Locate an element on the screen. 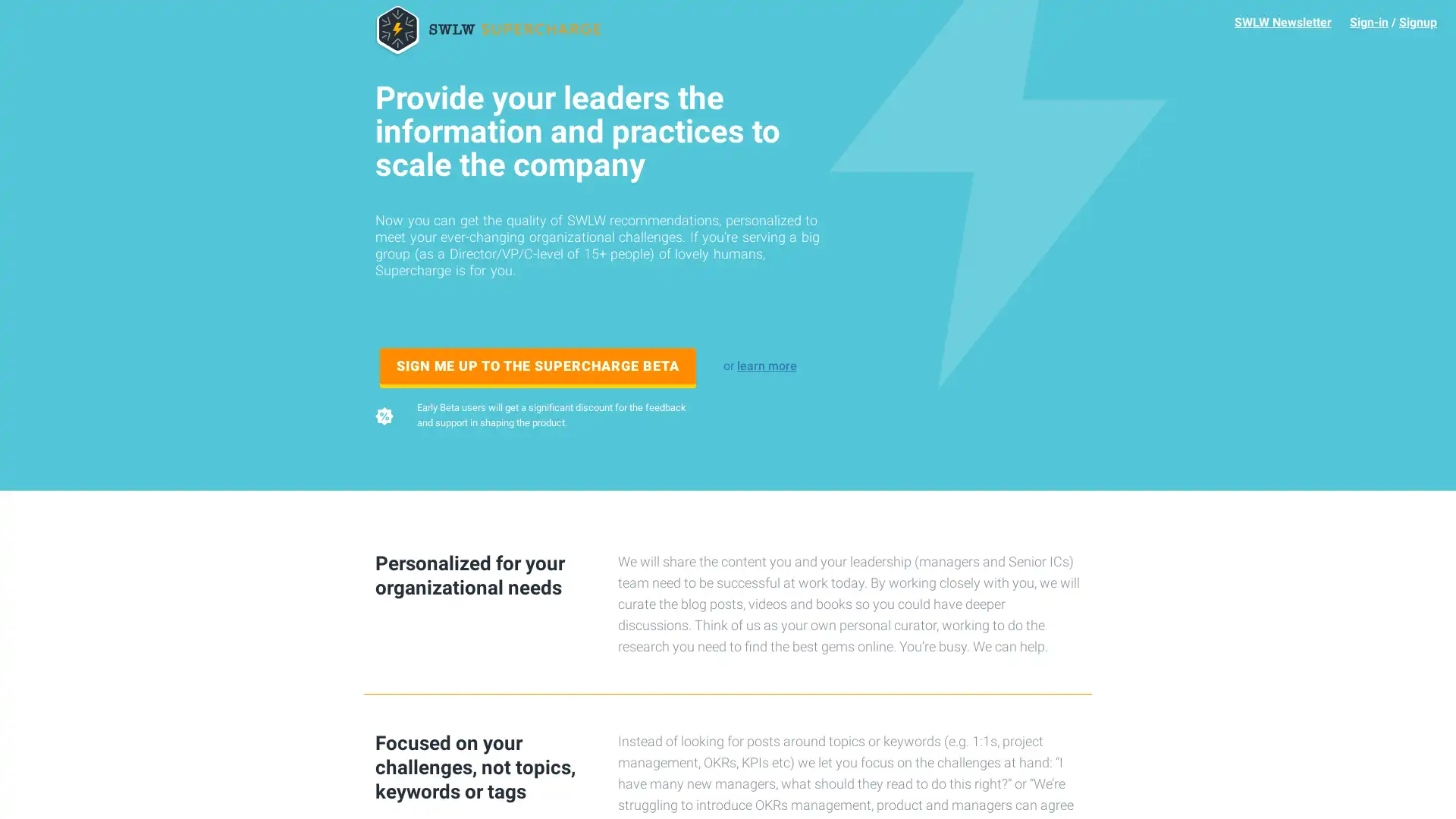 Image resolution: width=1456 pixels, height=819 pixels. SIGN ME UP TO THE SUPERCHARGE BETA is located at coordinates (538, 366).